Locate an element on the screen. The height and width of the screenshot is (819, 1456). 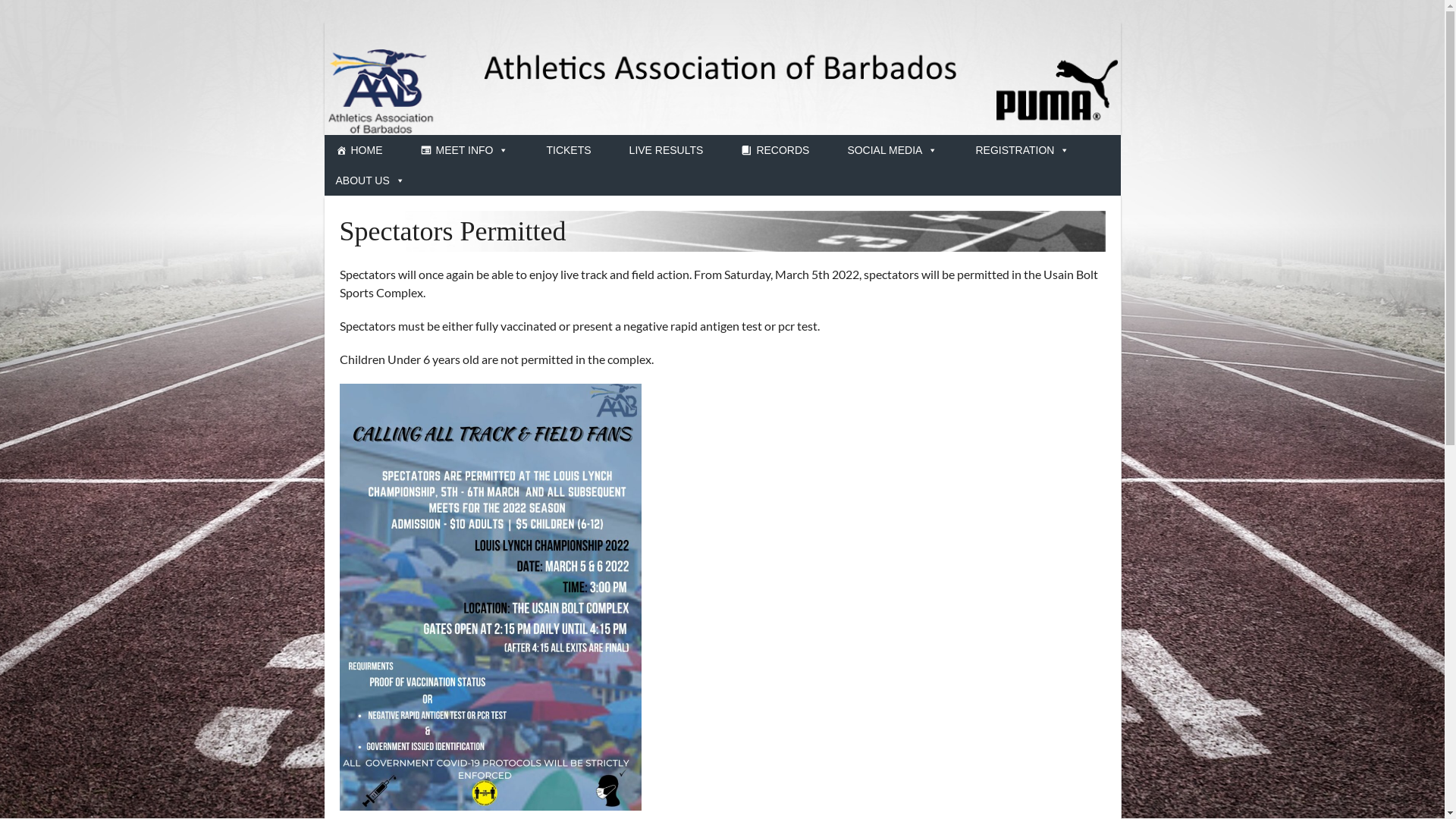
'LIVE RESULTS' is located at coordinates (666, 149).